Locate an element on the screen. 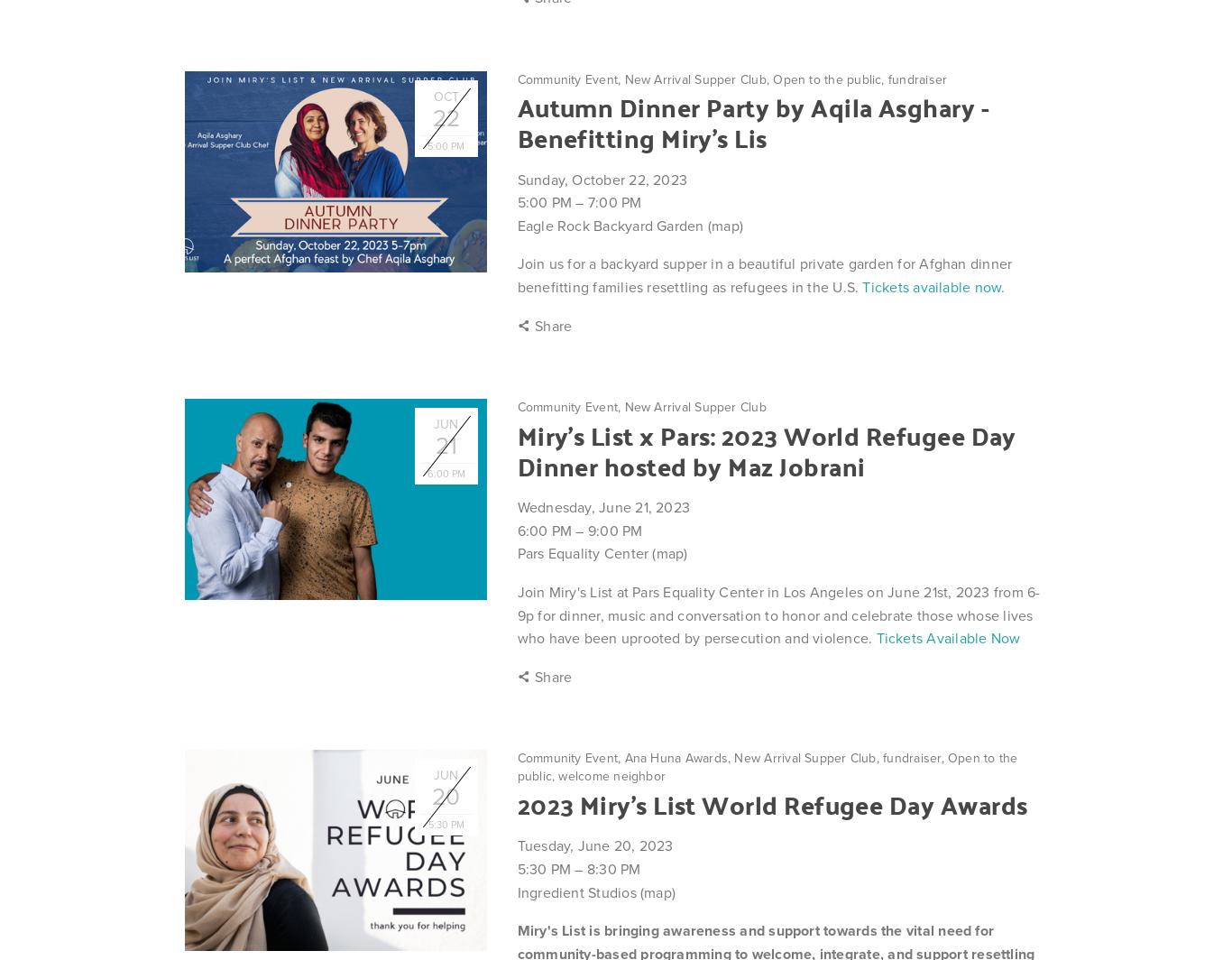 The height and width of the screenshot is (960, 1232). 'welcome neighbor' is located at coordinates (556, 775).